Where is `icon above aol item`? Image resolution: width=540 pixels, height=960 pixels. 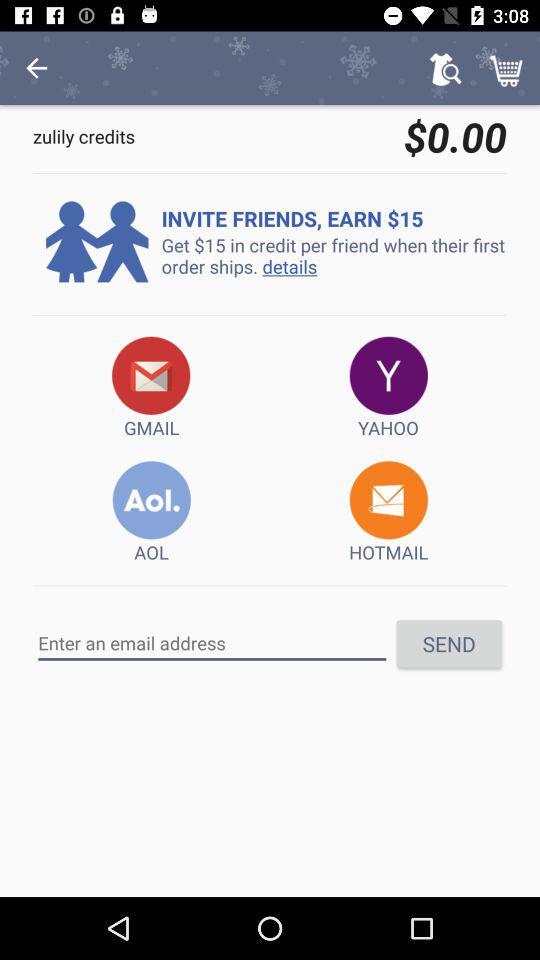
icon above aol item is located at coordinates (150, 387).